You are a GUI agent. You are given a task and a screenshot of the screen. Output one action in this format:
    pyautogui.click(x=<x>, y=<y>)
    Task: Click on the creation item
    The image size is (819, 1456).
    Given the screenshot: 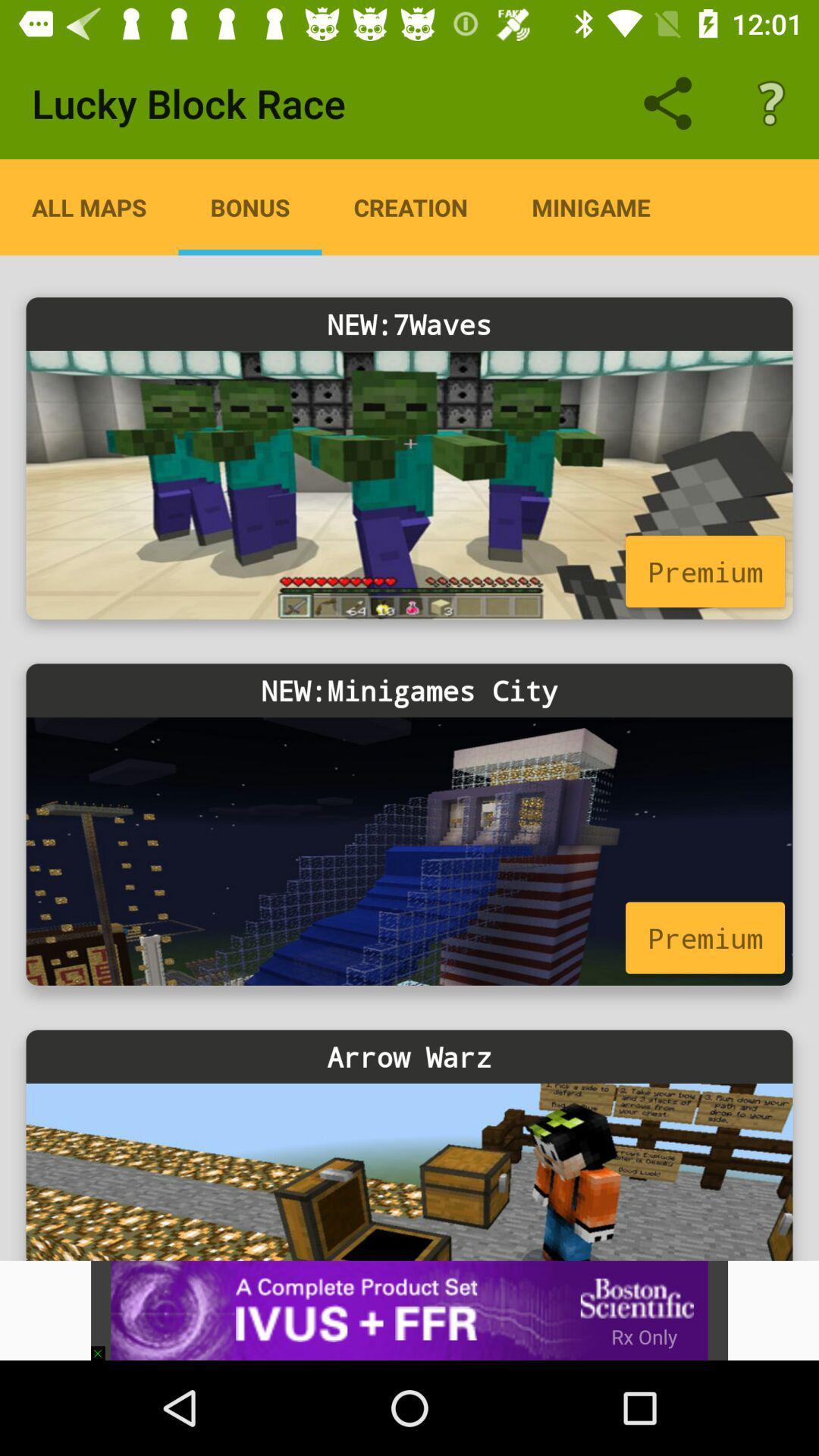 What is the action you would take?
    pyautogui.click(x=410, y=206)
    